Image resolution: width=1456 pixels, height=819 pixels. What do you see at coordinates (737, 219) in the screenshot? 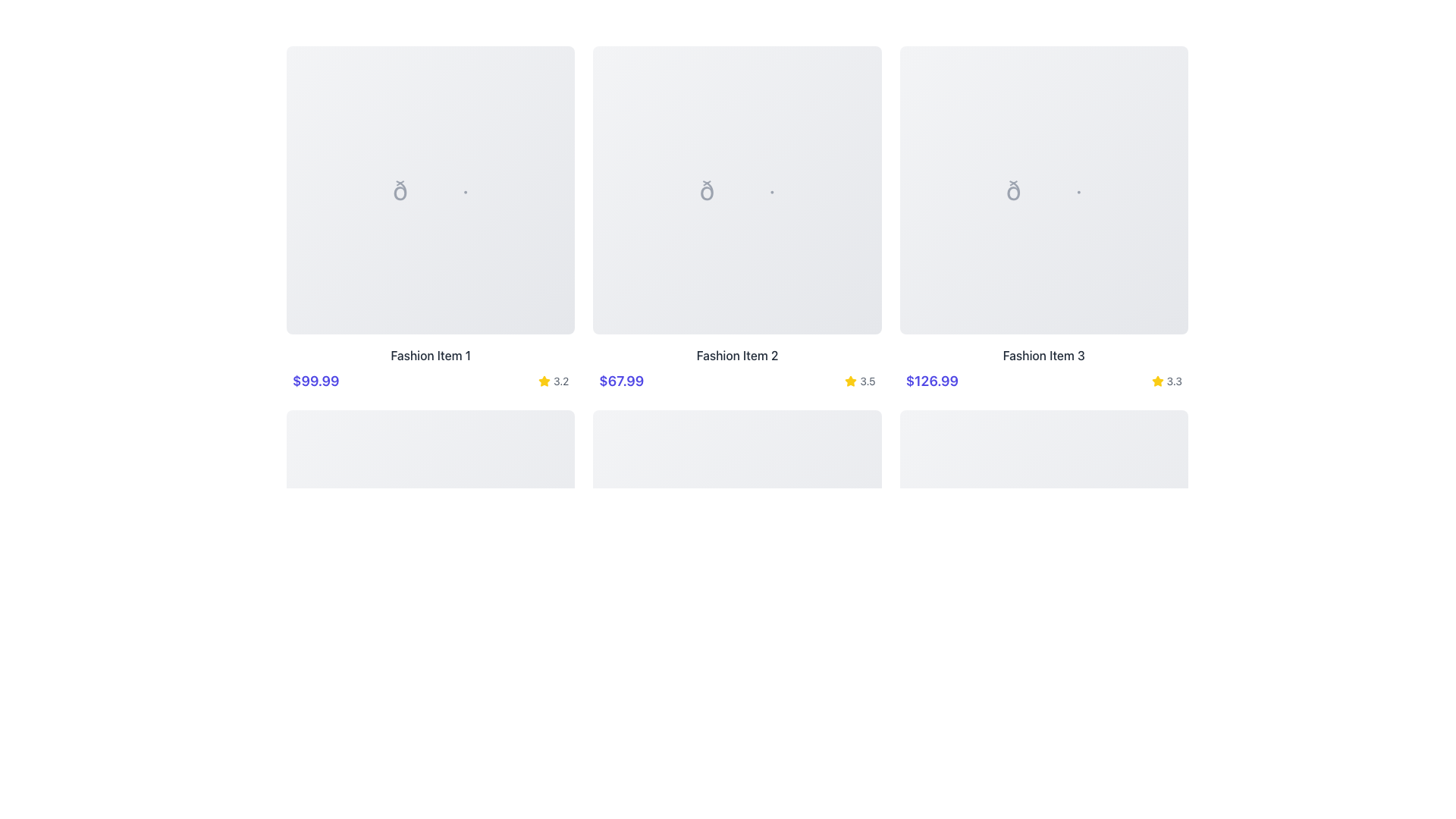
I see `the Product Display Card, which is the middle card in a grid of three, to trigger the tooltip or animations` at bounding box center [737, 219].